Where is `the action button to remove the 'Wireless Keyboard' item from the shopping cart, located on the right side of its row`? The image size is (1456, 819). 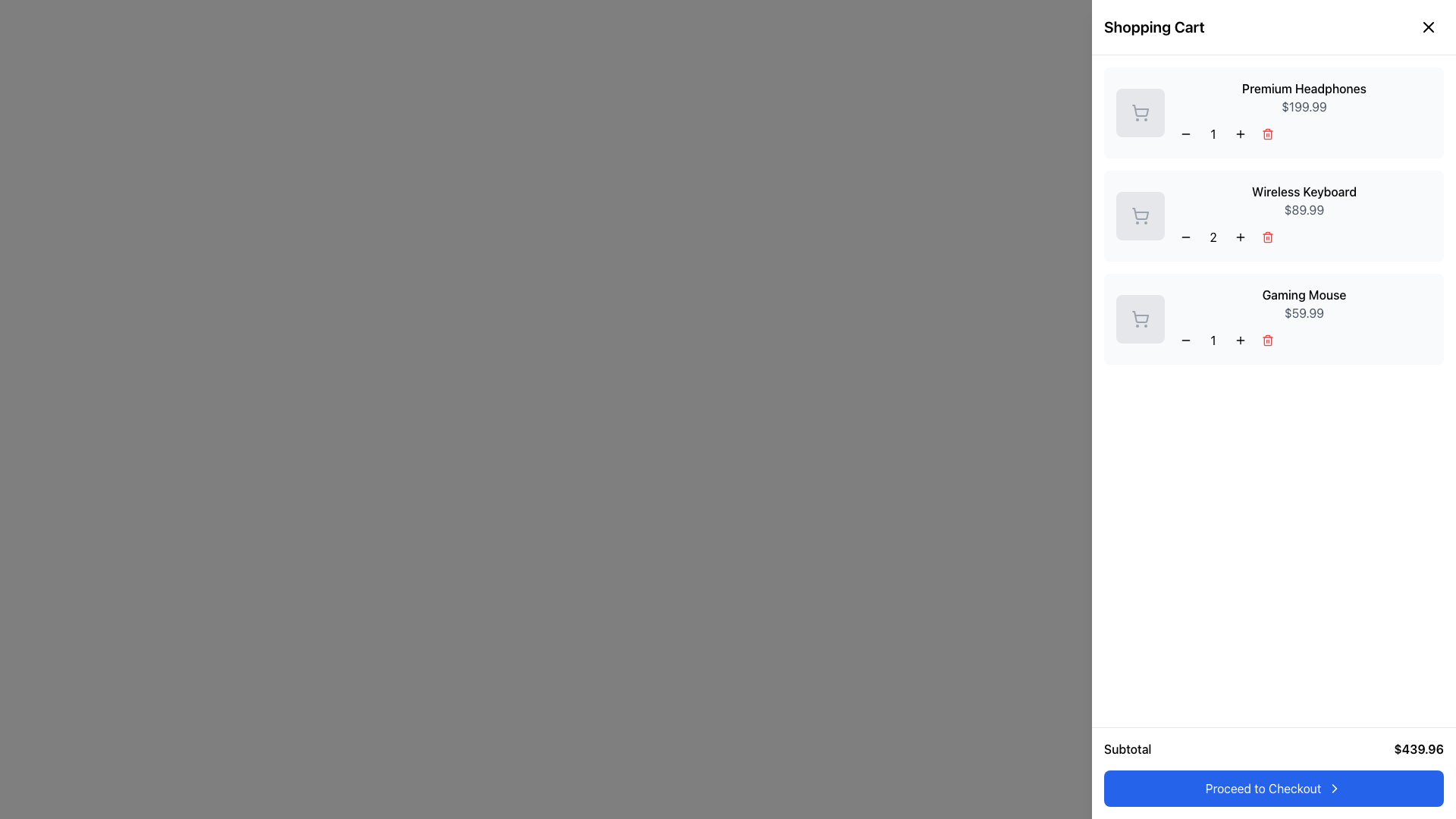
the action button to remove the 'Wireless Keyboard' item from the shopping cart, located on the right side of its row is located at coordinates (1267, 237).